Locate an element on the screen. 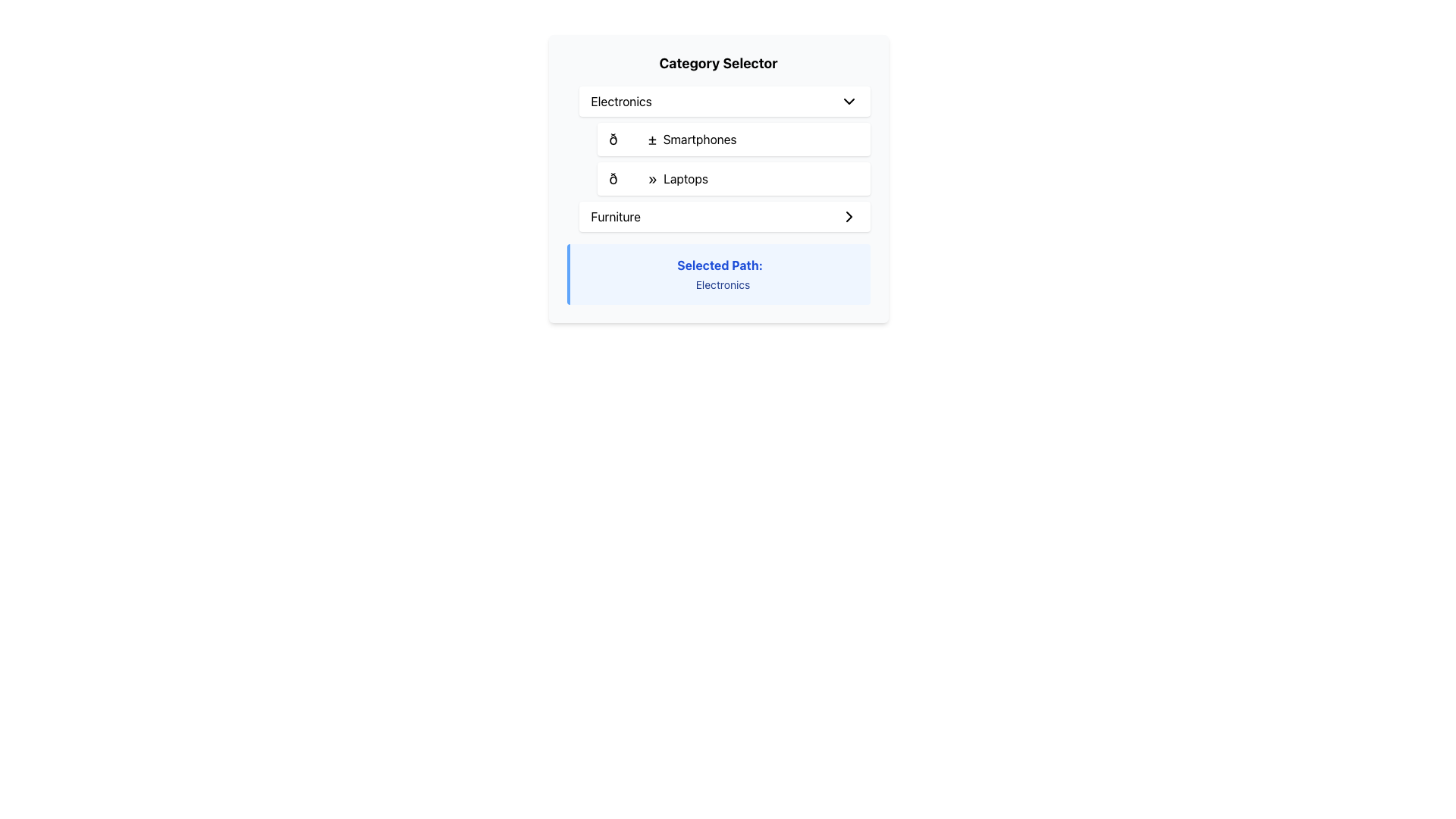 Image resolution: width=1456 pixels, height=819 pixels. the 'Electronics' label located in the topmost row of the category selection interface is located at coordinates (621, 102).